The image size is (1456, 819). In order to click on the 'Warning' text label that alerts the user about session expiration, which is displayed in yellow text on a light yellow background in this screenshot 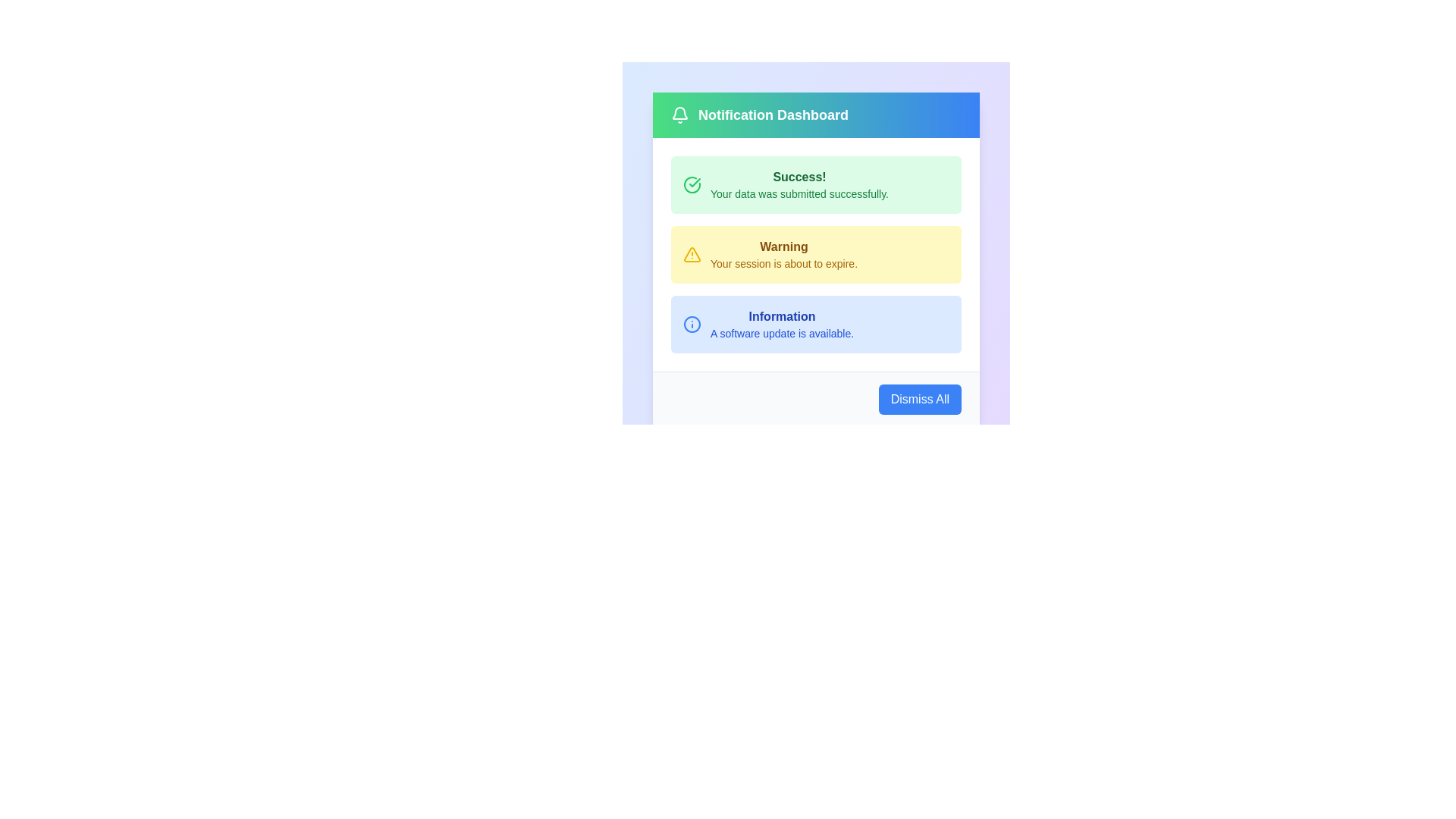, I will do `click(784, 253)`.